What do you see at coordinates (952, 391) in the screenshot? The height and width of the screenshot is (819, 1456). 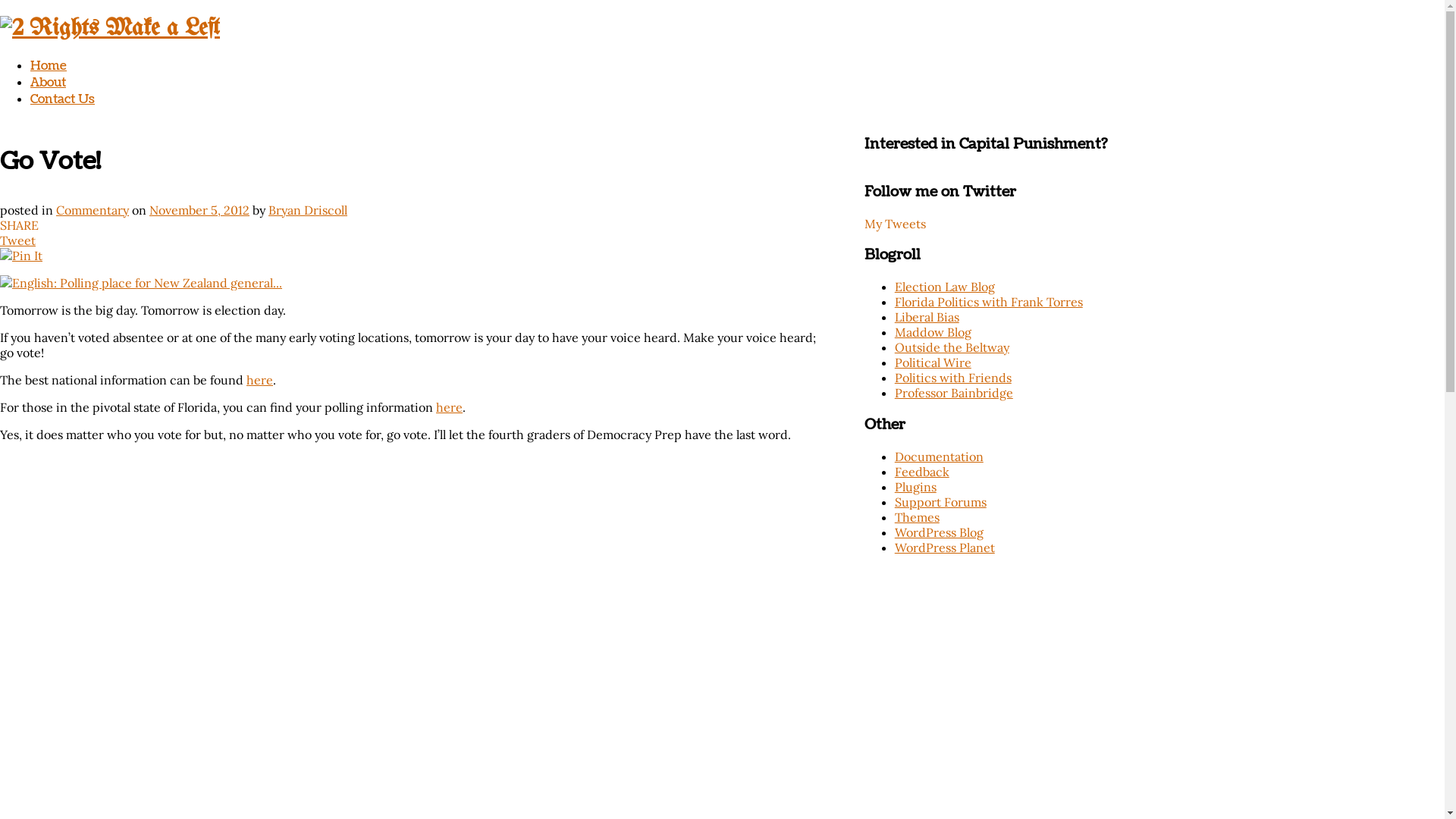 I see `'Professor Bainbridge'` at bounding box center [952, 391].